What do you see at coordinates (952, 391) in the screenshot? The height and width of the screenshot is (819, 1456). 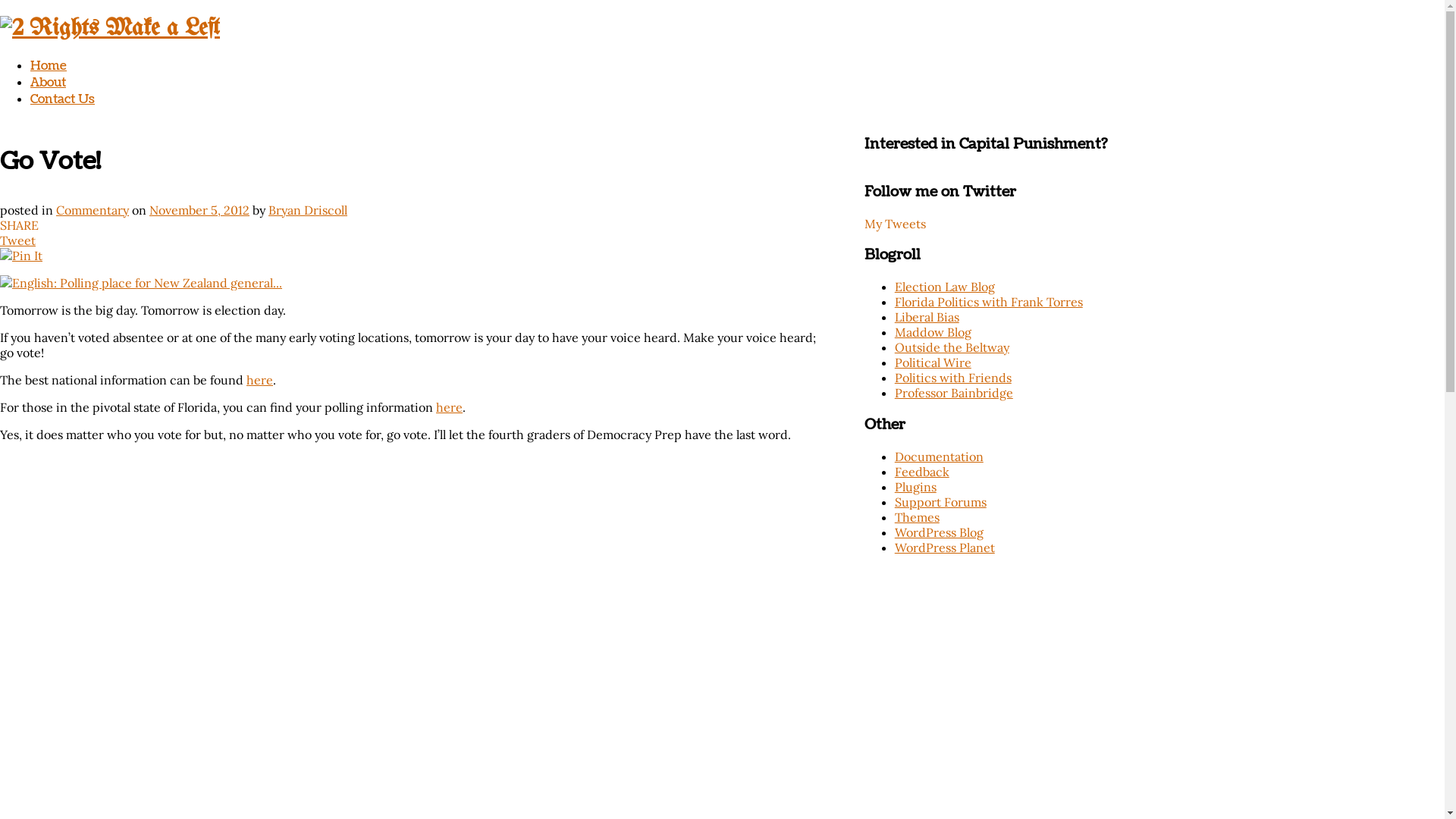 I see `'Professor Bainbridge'` at bounding box center [952, 391].